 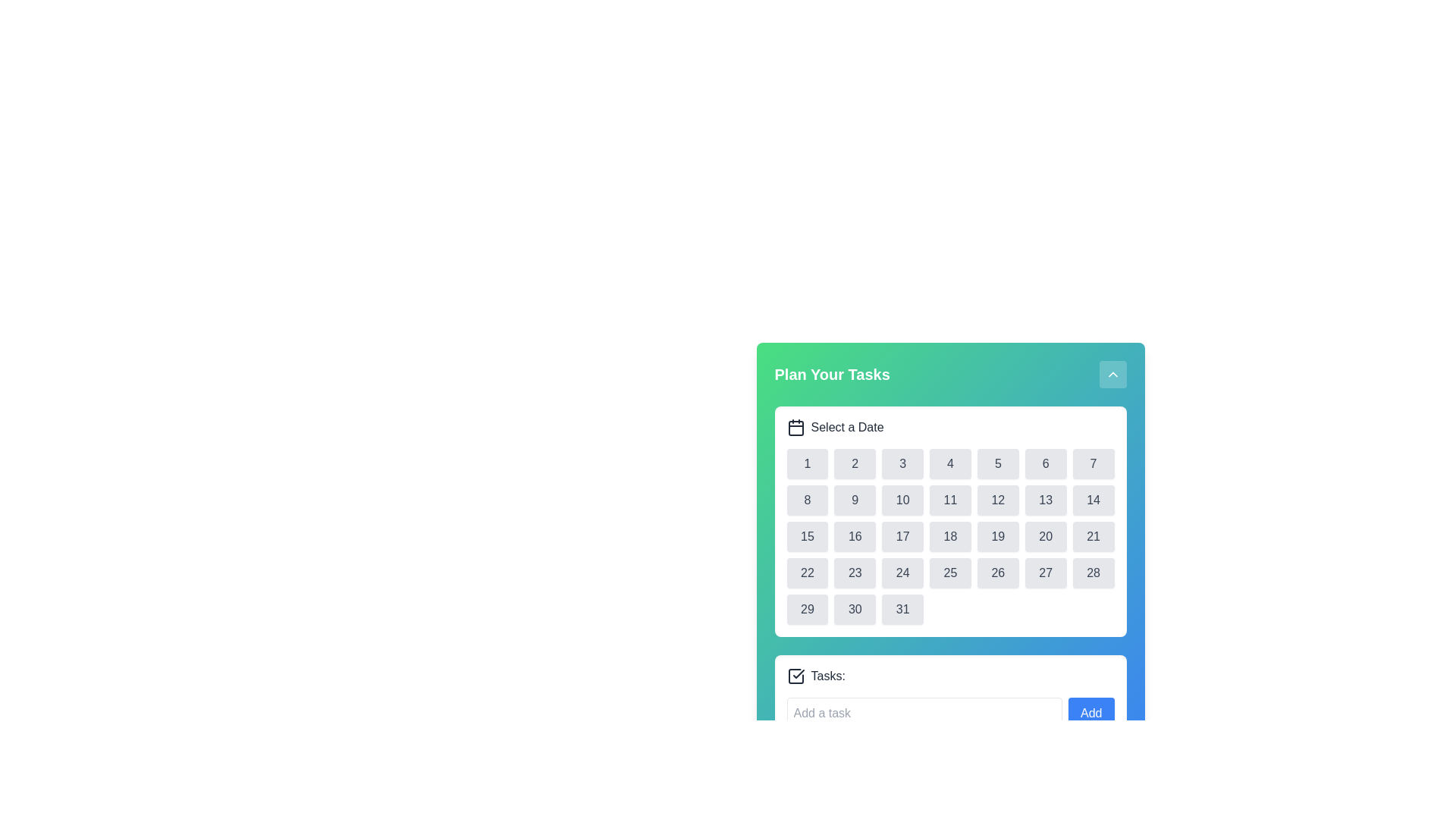 I want to click on the button labeled '14' in the 'Select a Date' section, which is located in the second row and seventh column of the date selectors grid, so click(x=1094, y=500).